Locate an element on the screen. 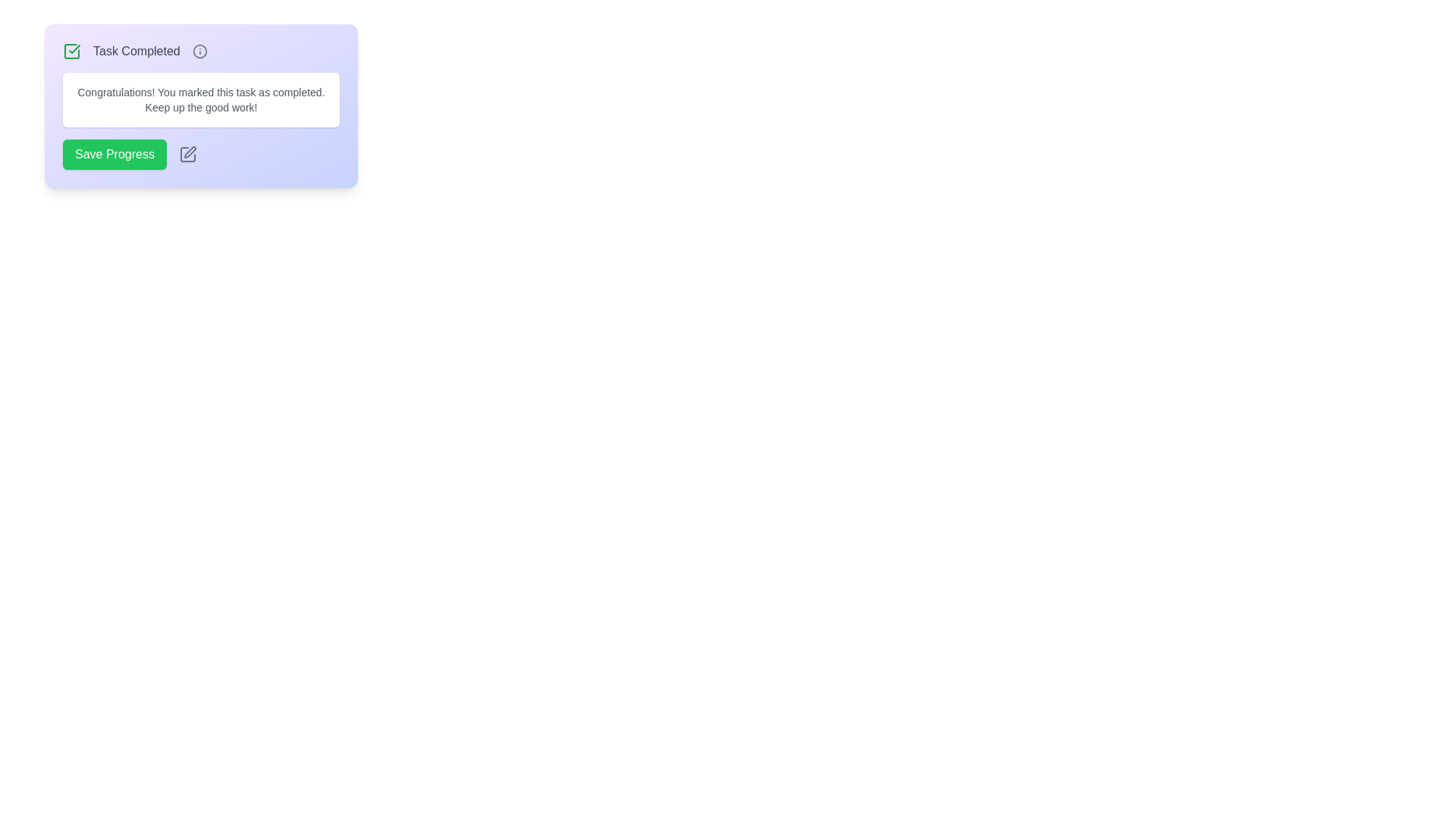 This screenshot has width=1456, height=819. the green checkmark icon within a square outline, which is the first item in the group to the left of the 'Task Completed' text is located at coordinates (71, 51).